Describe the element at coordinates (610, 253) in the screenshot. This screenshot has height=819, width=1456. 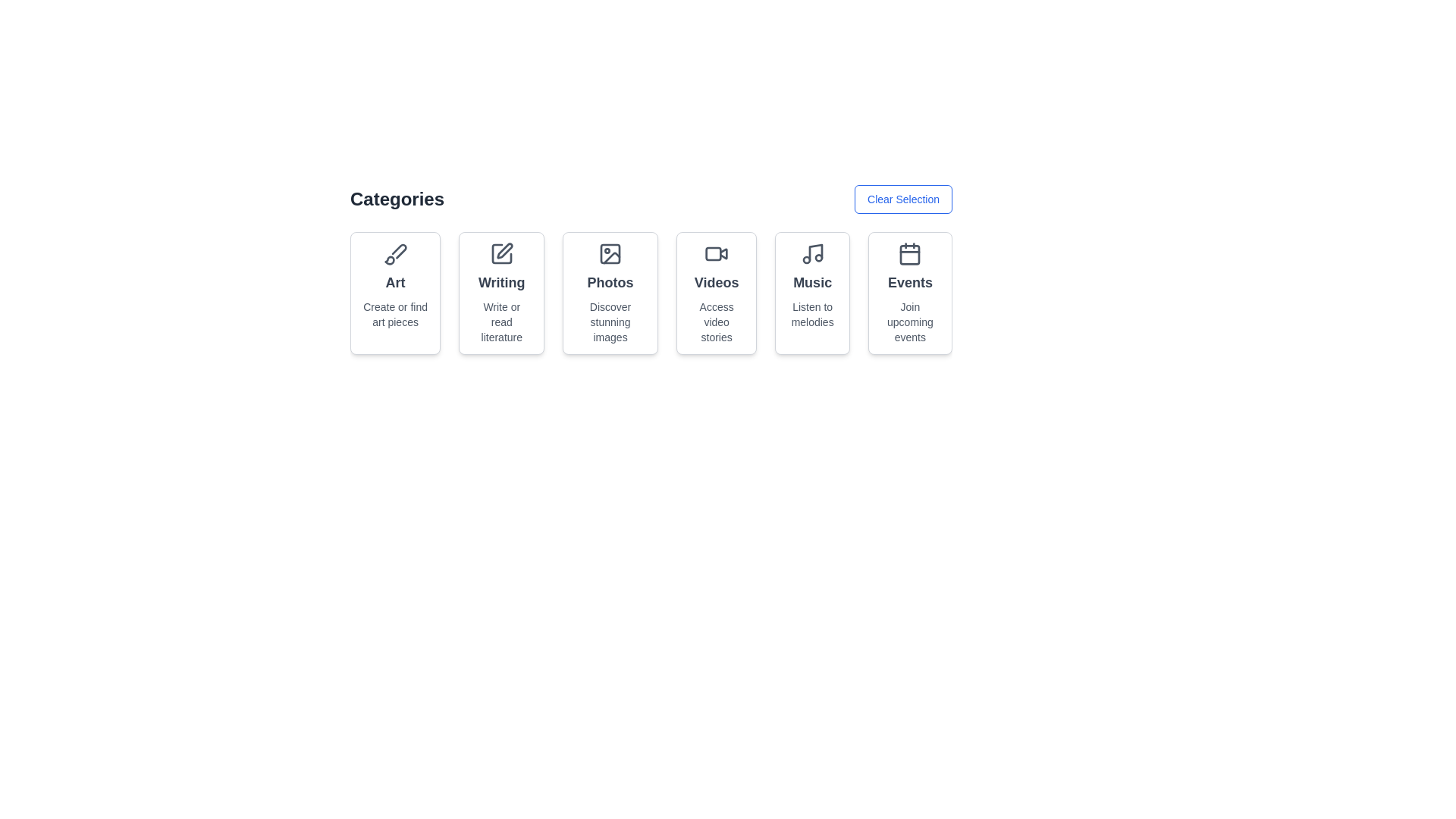
I see `the 'Photos' category icon, which is a decorative SVG graphic element located centrally at the top of the 'Photos' card` at that location.